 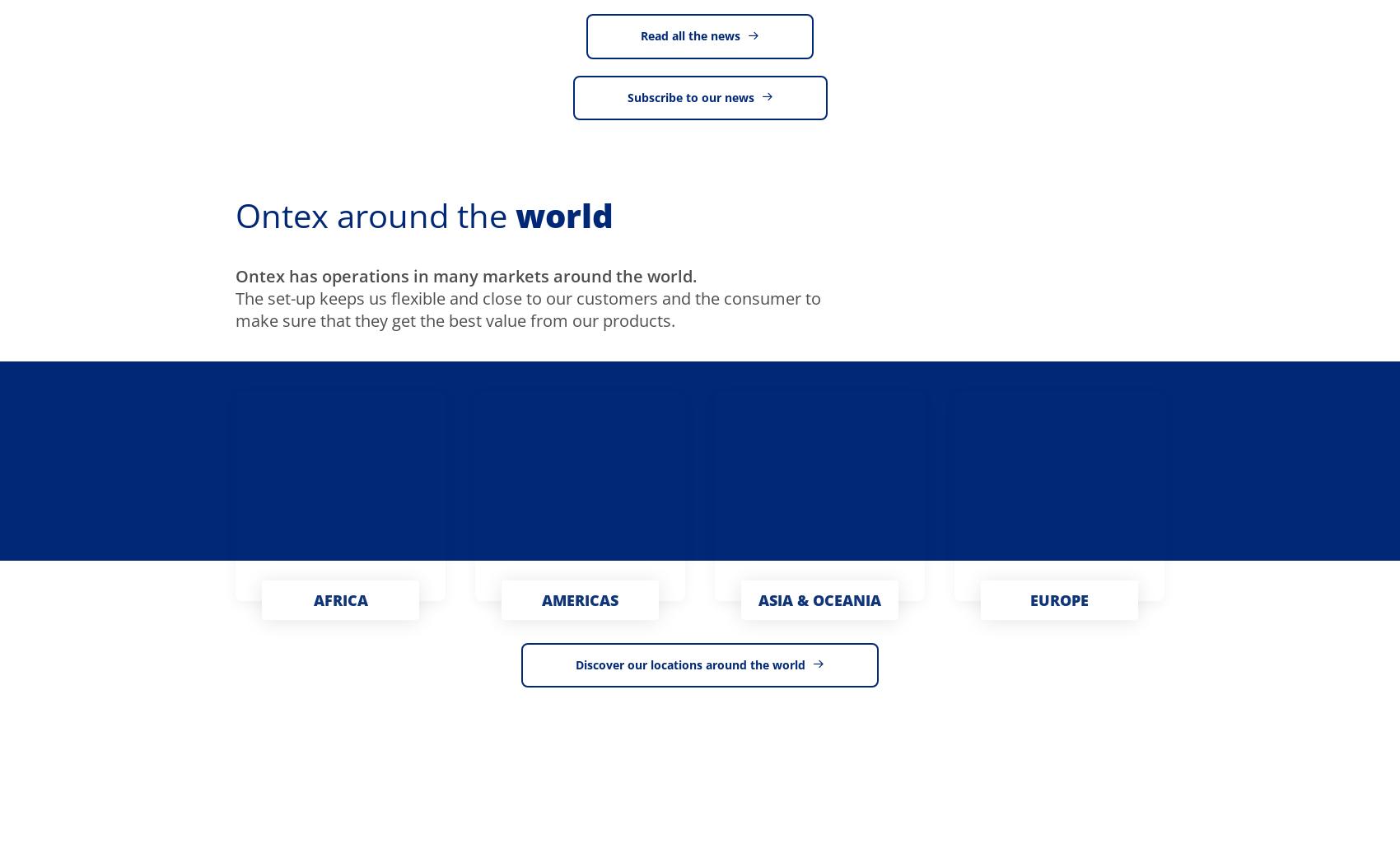 What do you see at coordinates (689, 35) in the screenshot?
I see `'Read all the news'` at bounding box center [689, 35].